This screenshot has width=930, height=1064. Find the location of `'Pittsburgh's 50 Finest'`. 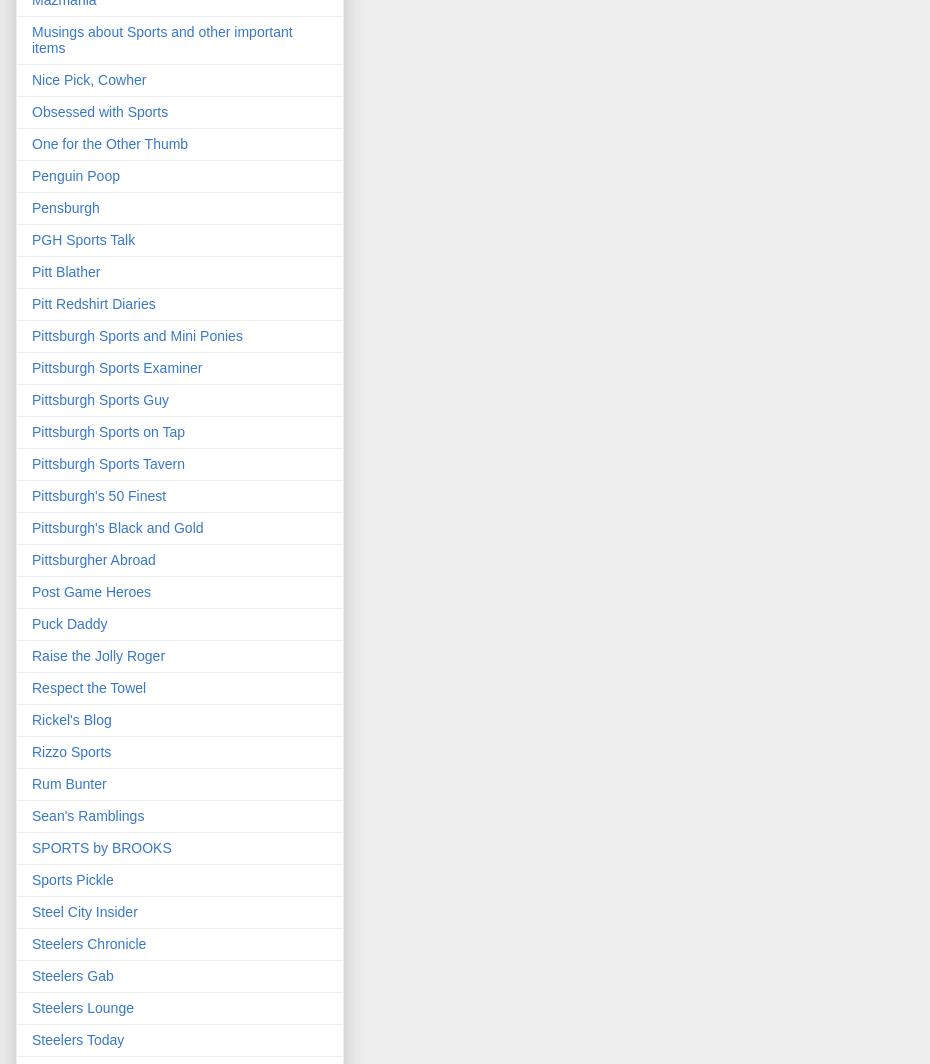

'Pittsburgh's 50 Finest' is located at coordinates (99, 496).